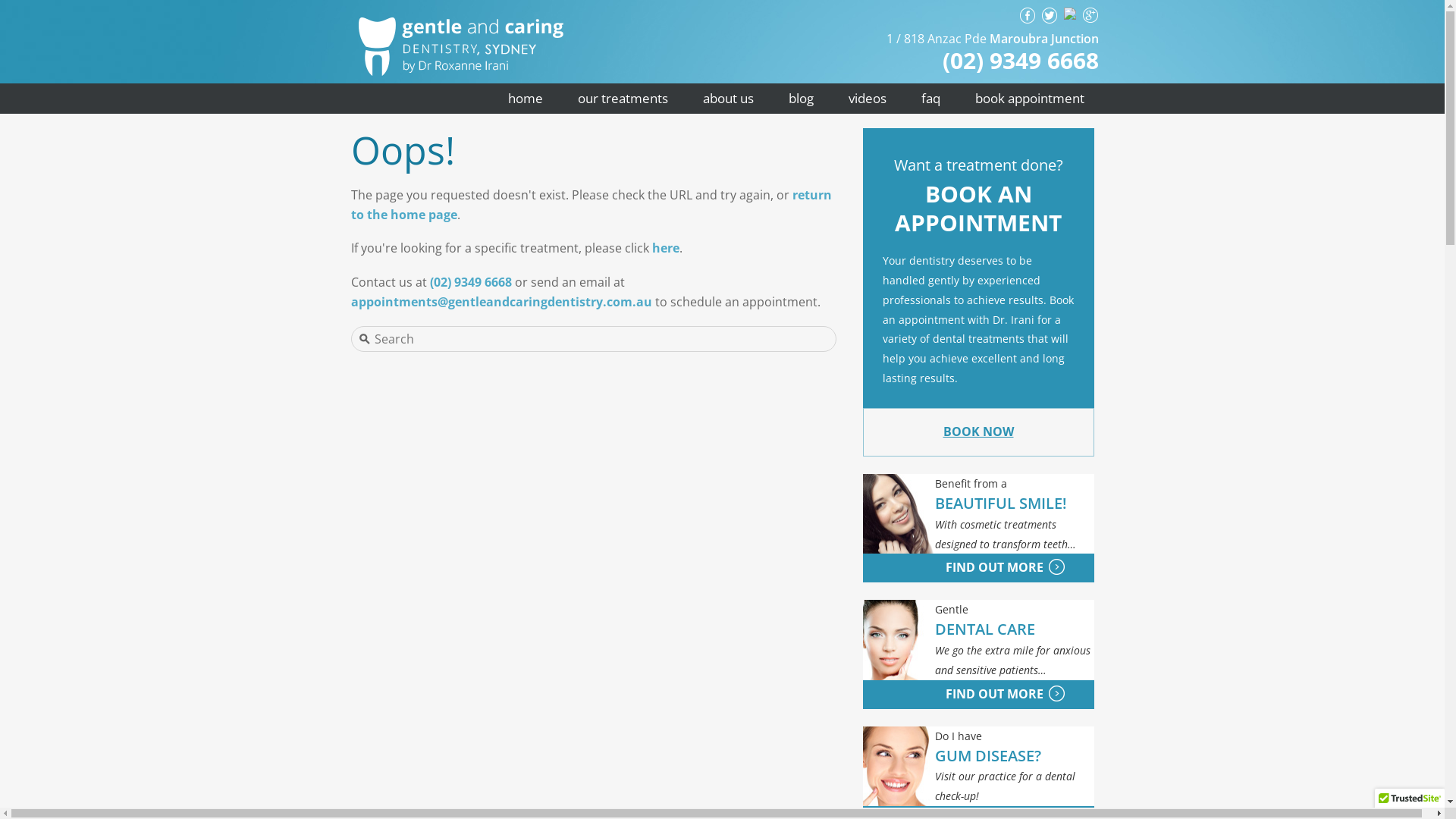 This screenshot has height=819, width=1456. I want to click on 'about us', so click(728, 99).